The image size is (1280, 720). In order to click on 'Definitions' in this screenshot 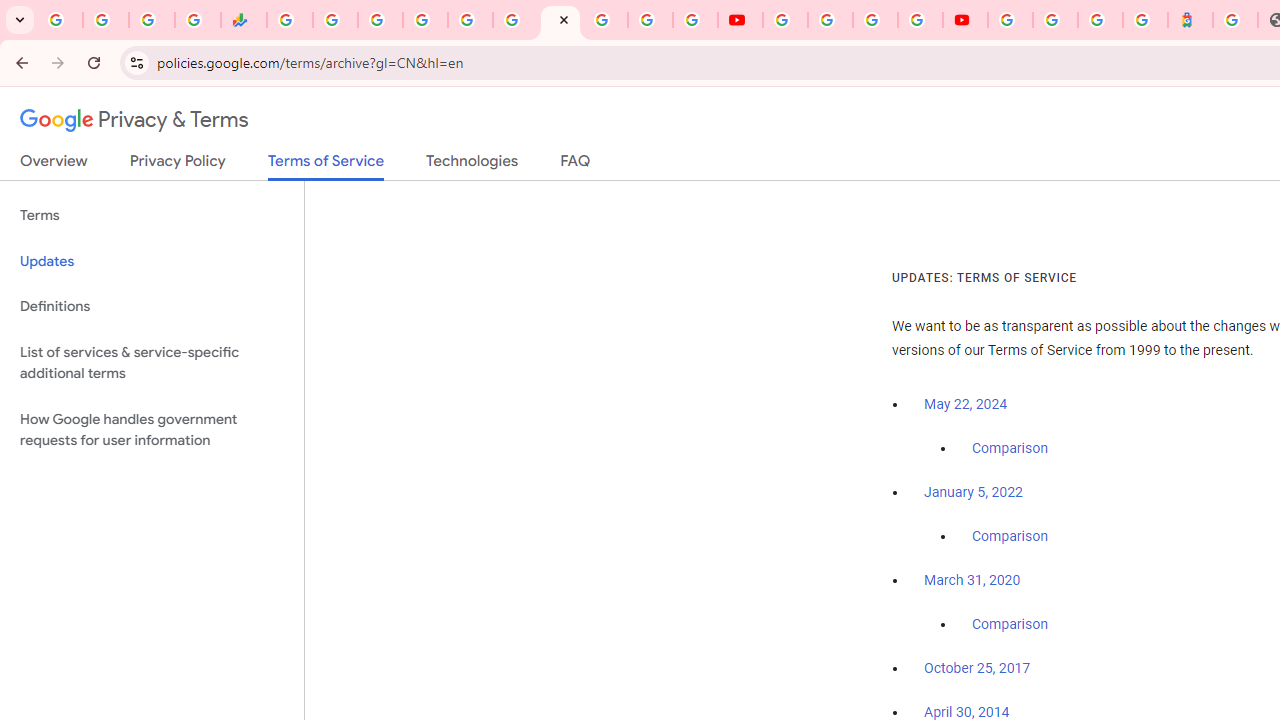, I will do `click(151, 306)`.